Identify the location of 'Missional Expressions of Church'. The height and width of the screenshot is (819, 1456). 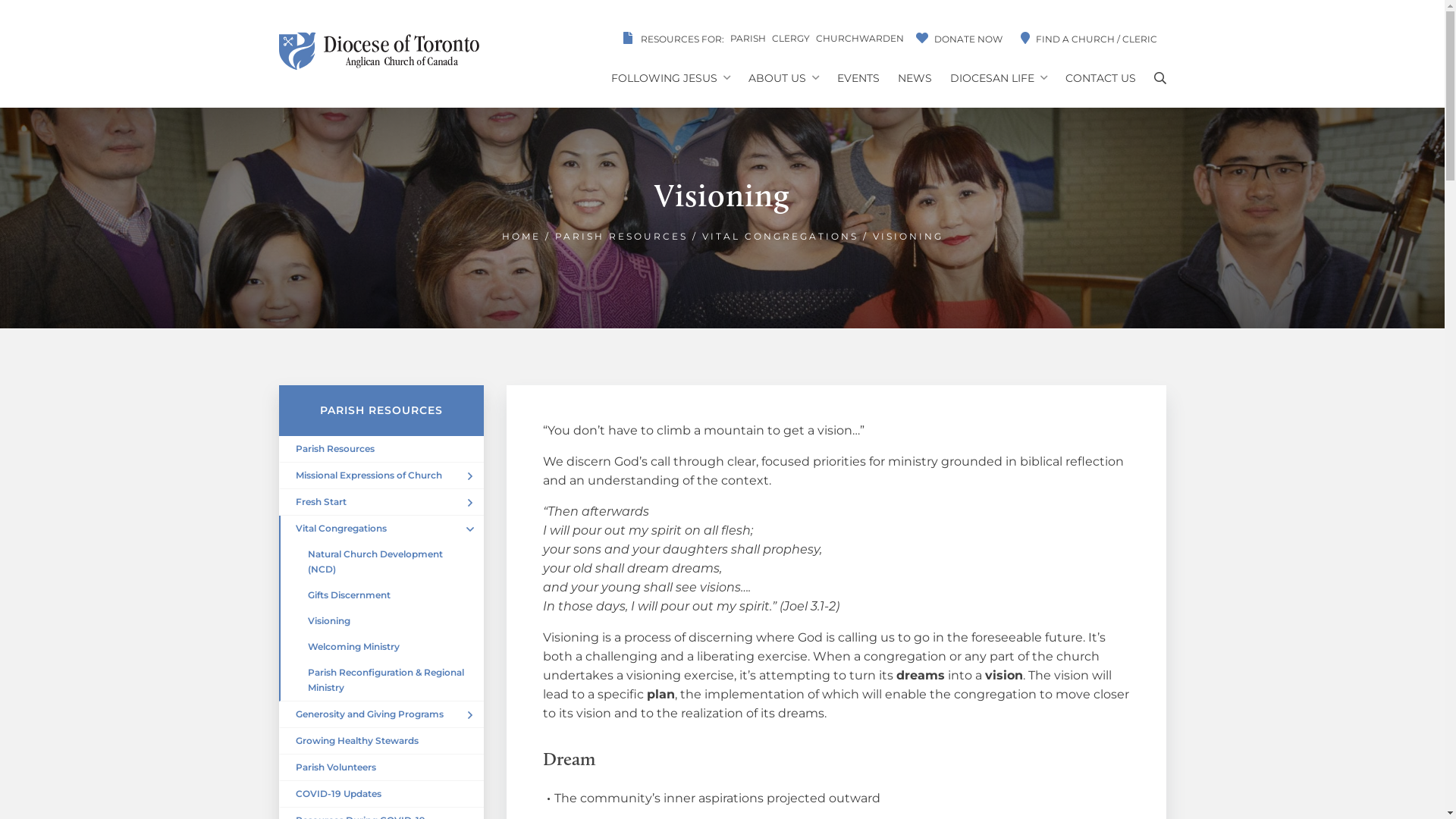
(381, 475).